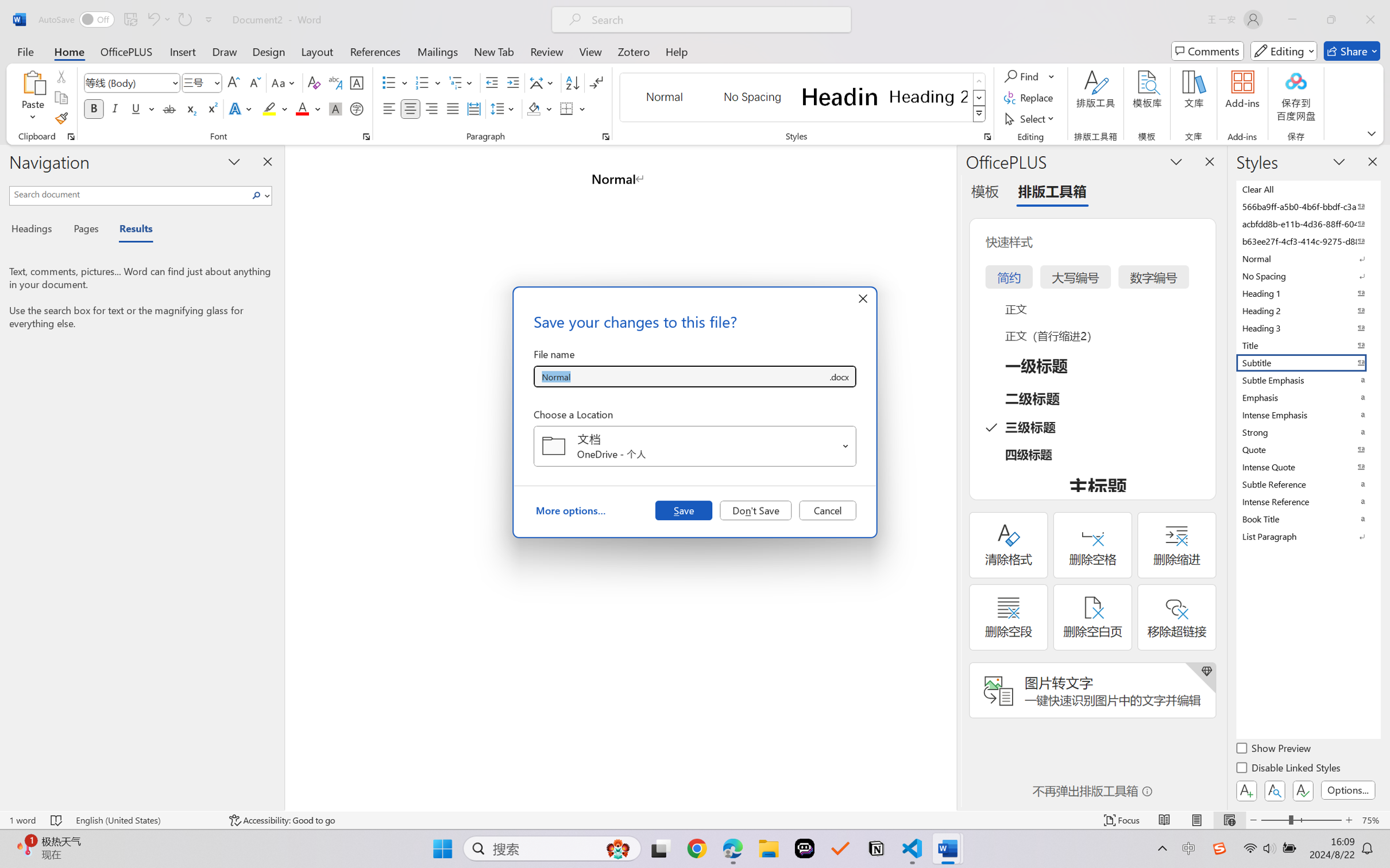  What do you see at coordinates (1307, 467) in the screenshot?
I see `'Intense Quote'` at bounding box center [1307, 467].